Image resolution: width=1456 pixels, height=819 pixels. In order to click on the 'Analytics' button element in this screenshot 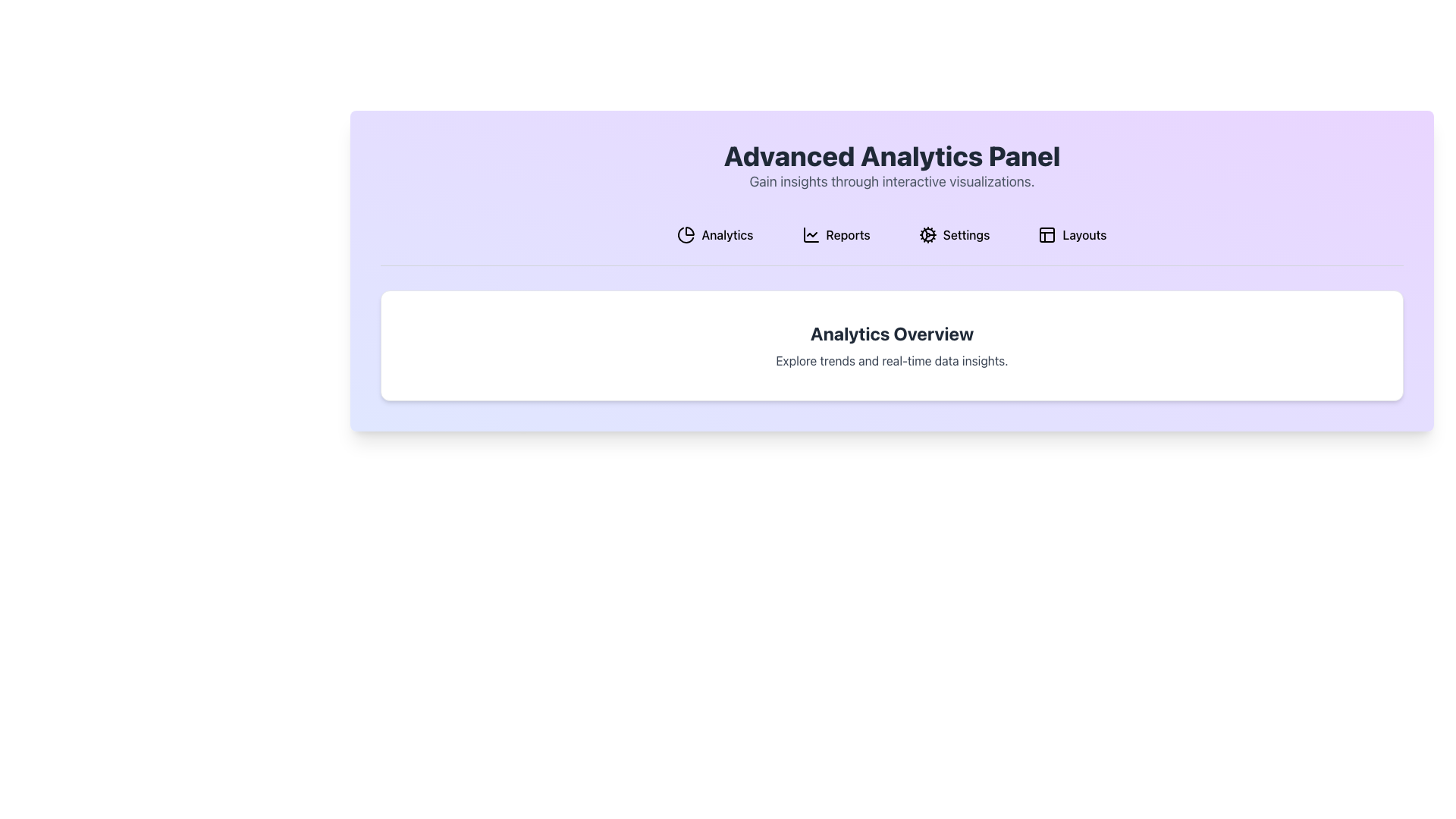, I will do `click(714, 234)`.